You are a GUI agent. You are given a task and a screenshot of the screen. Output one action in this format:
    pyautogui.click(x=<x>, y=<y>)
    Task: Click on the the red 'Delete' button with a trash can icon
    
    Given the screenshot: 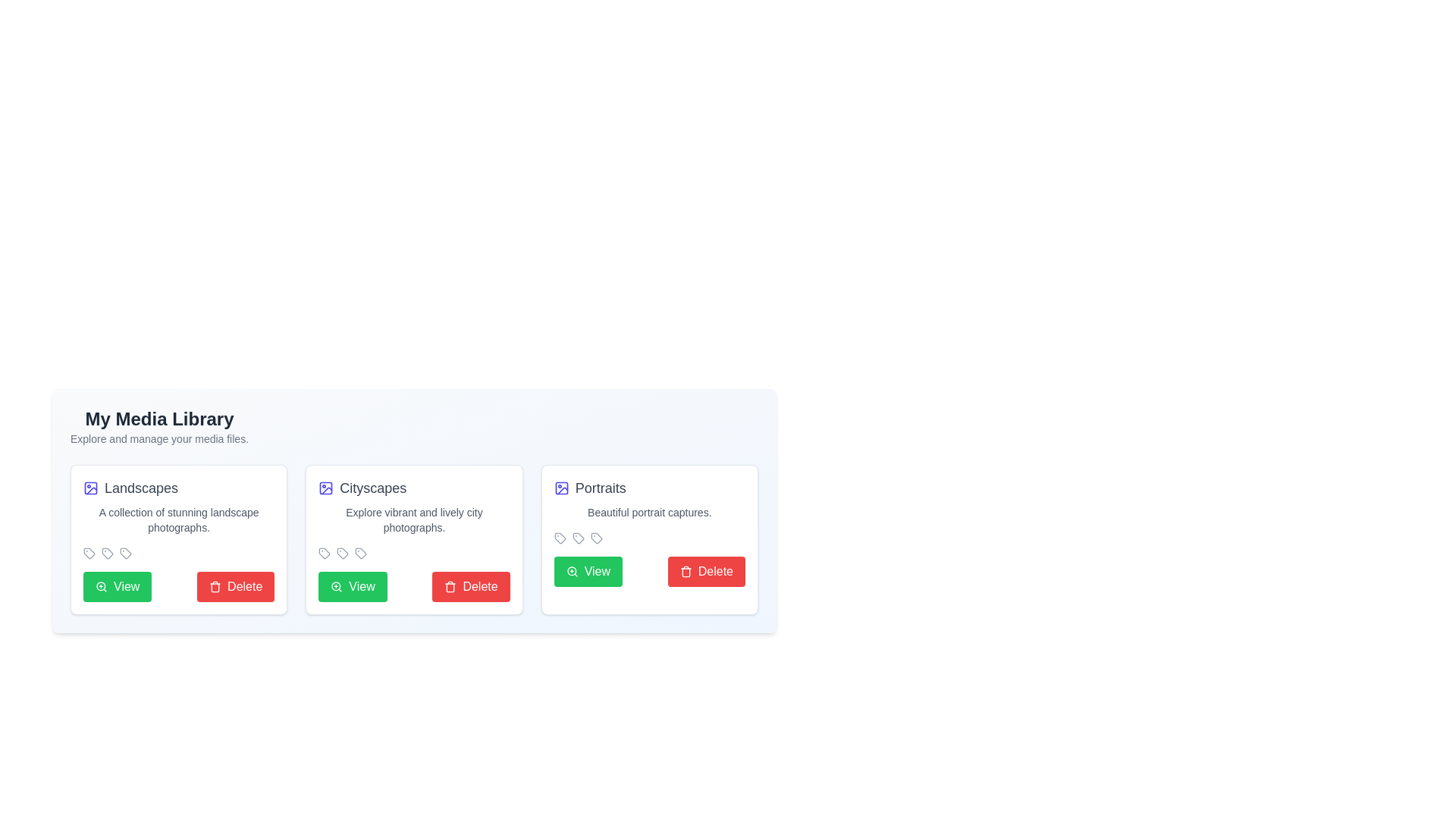 What is the action you would take?
    pyautogui.click(x=705, y=571)
    